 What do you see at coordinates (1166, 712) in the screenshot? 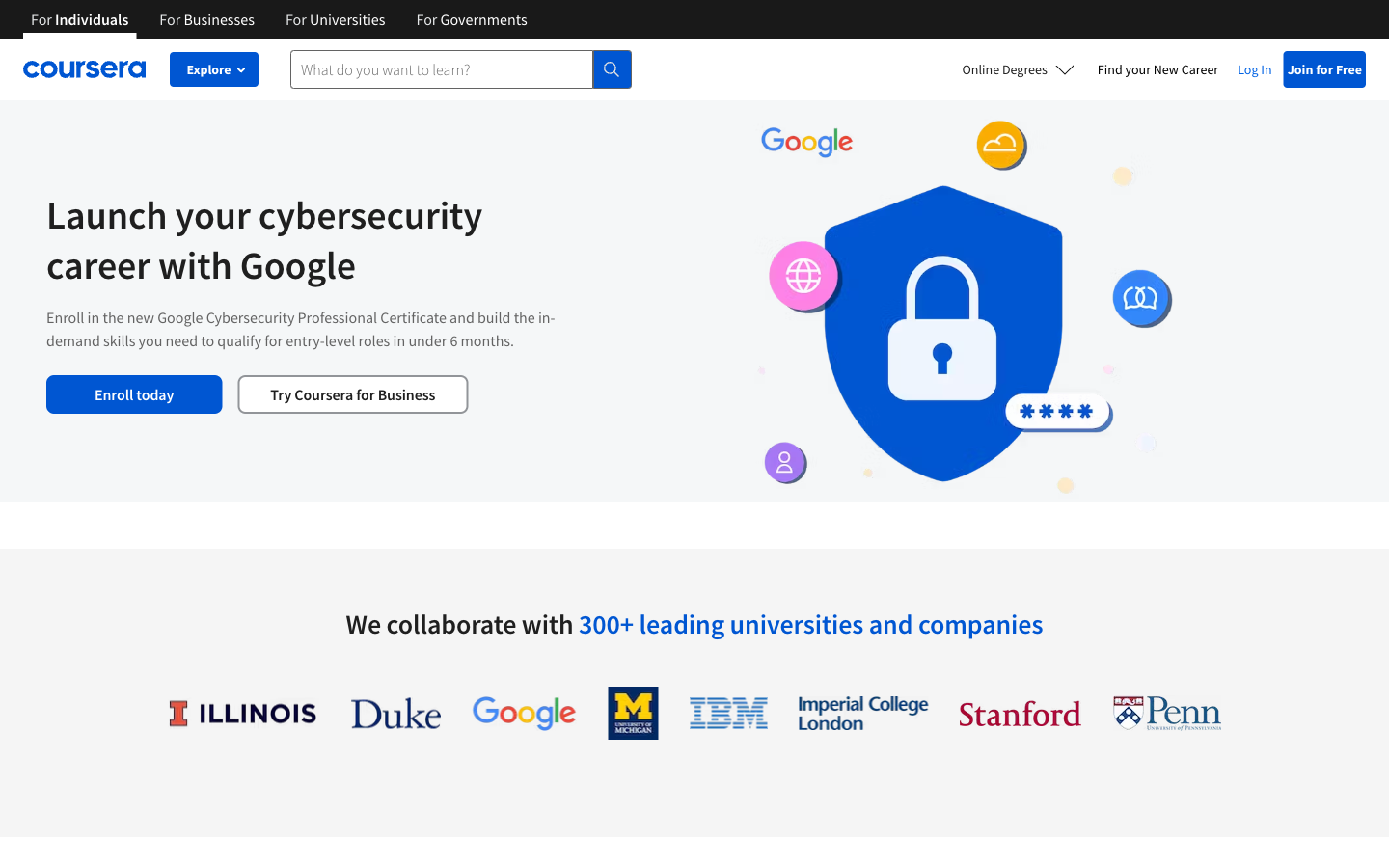
I see `University of Pennsylvania"s particulars` at bounding box center [1166, 712].